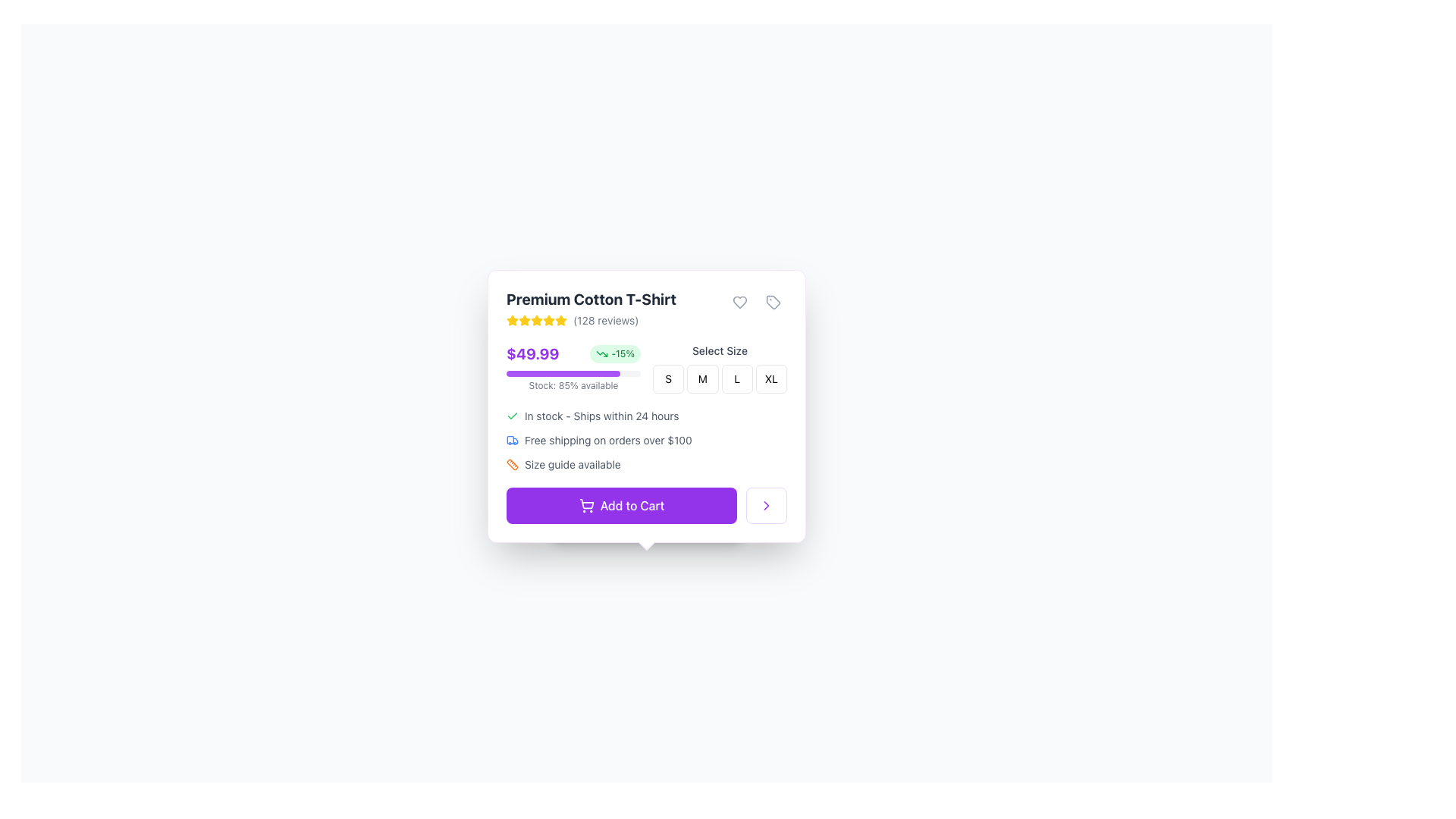  Describe the element at coordinates (632, 506) in the screenshot. I see `the 'Add to Cart' text label which is styled with medium font weight and is situated on a button located near the bottom-center area of the interface` at that location.